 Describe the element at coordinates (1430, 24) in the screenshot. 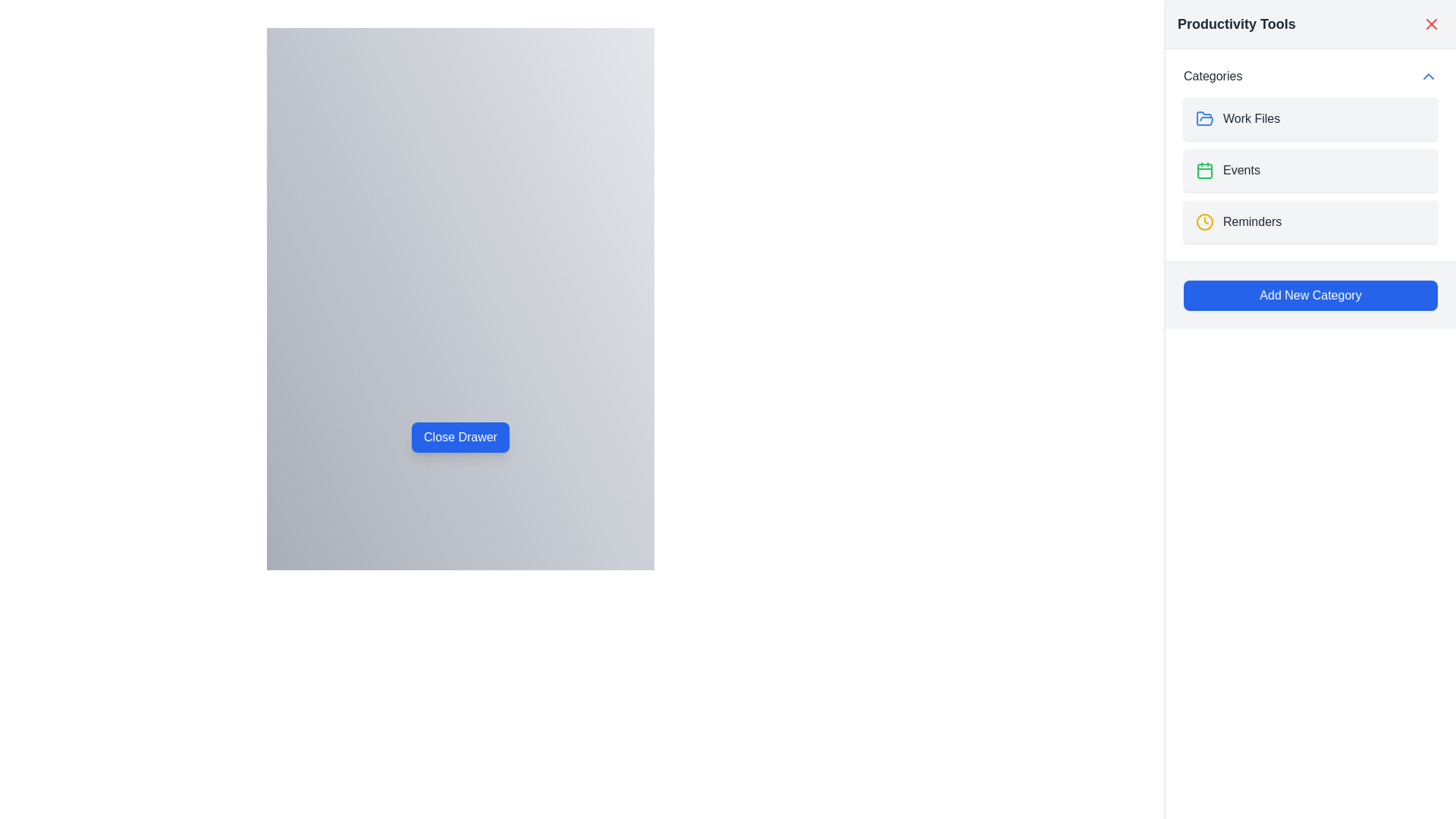

I see `the small red cross icon button located at the top-right corner of the 'Productivity Tools' panel` at that location.